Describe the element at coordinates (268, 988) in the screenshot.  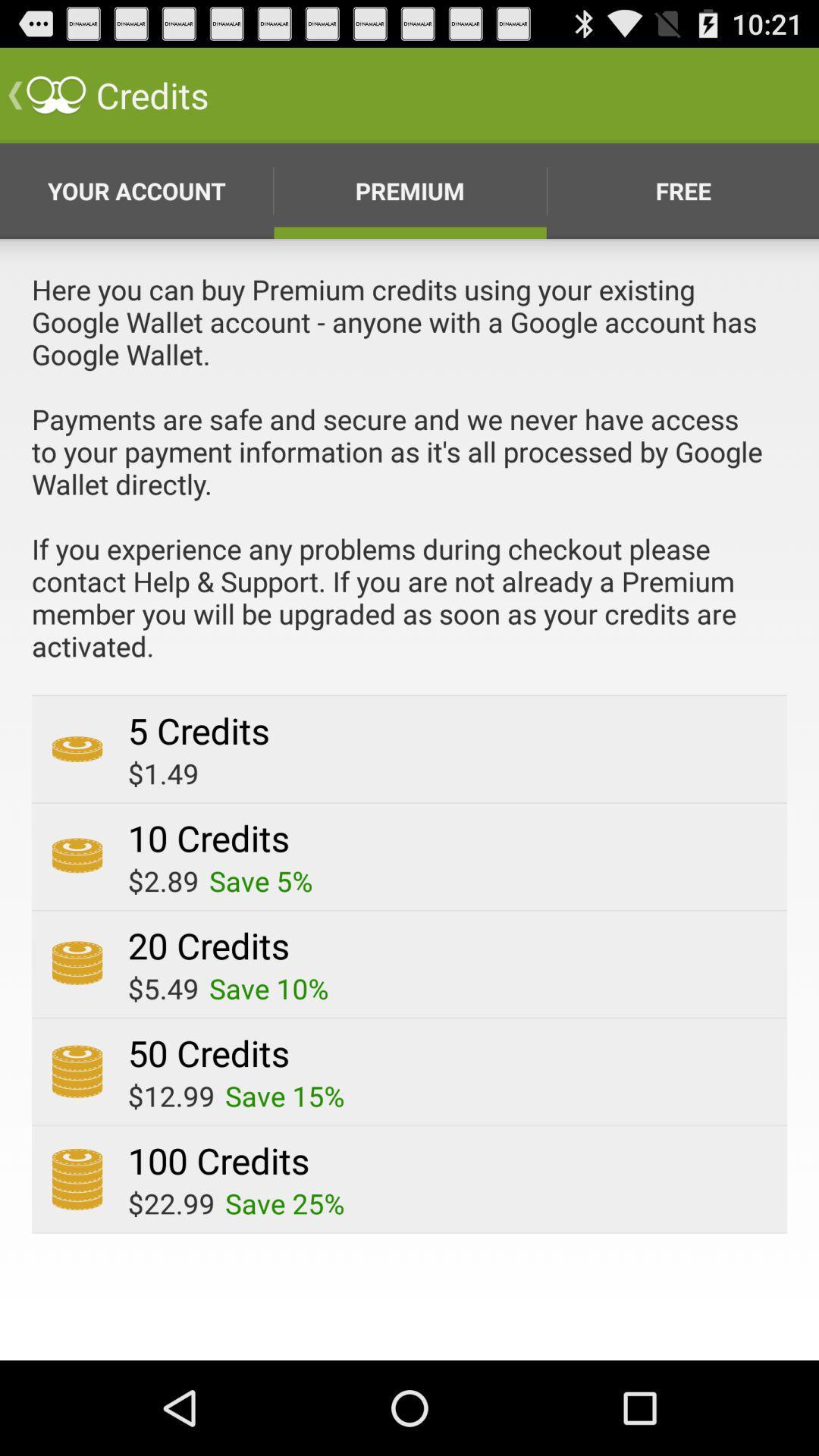
I see `app next to $5.49 app` at that location.